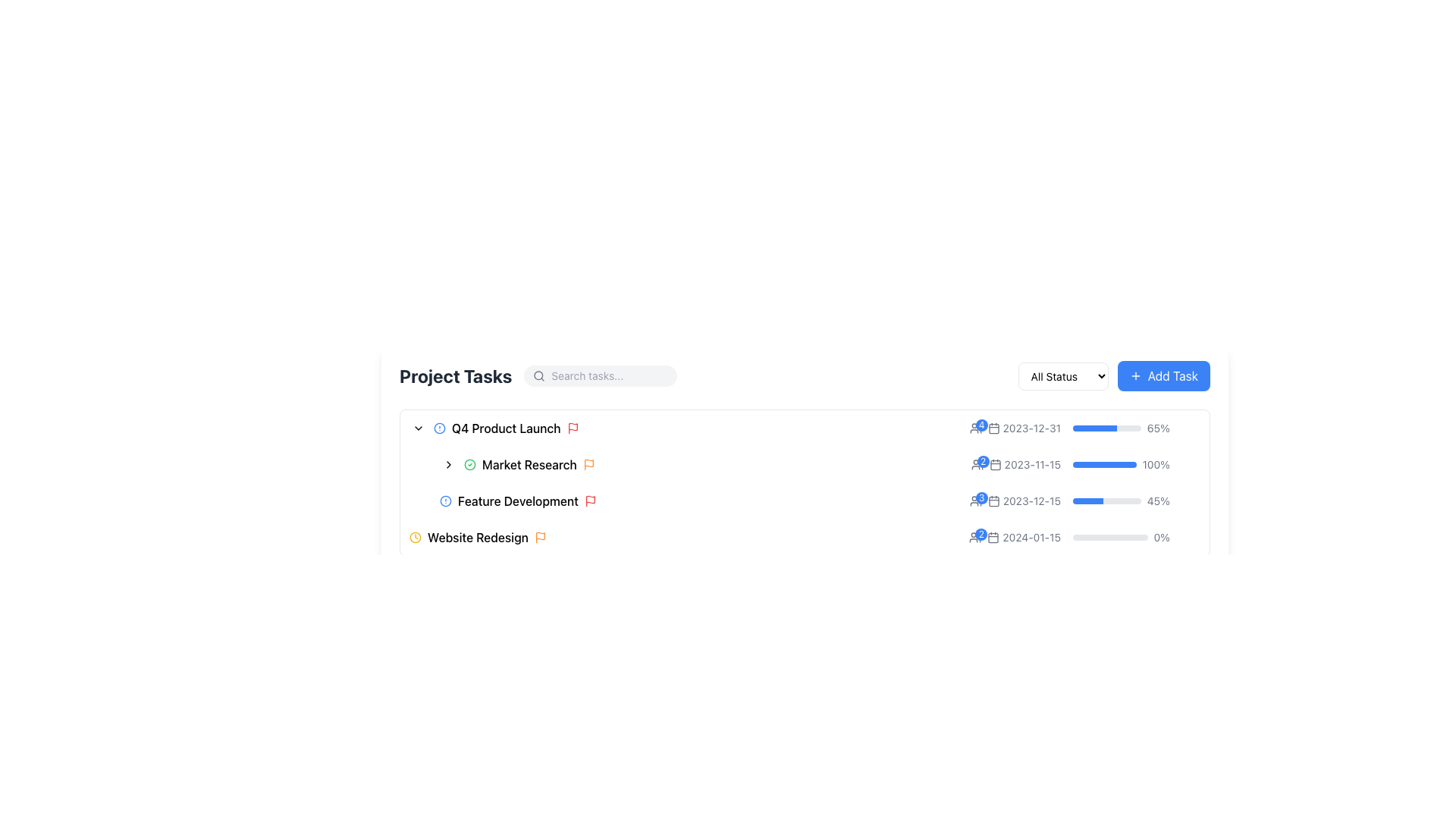 Image resolution: width=1456 pixels, height=819 pixels. Describe the element at coordinates (977, 464) in the screenshot. I see `the badge indicating the number of participants or associated items next to the group icon for the second task dated '2023-11-15'` at that location.